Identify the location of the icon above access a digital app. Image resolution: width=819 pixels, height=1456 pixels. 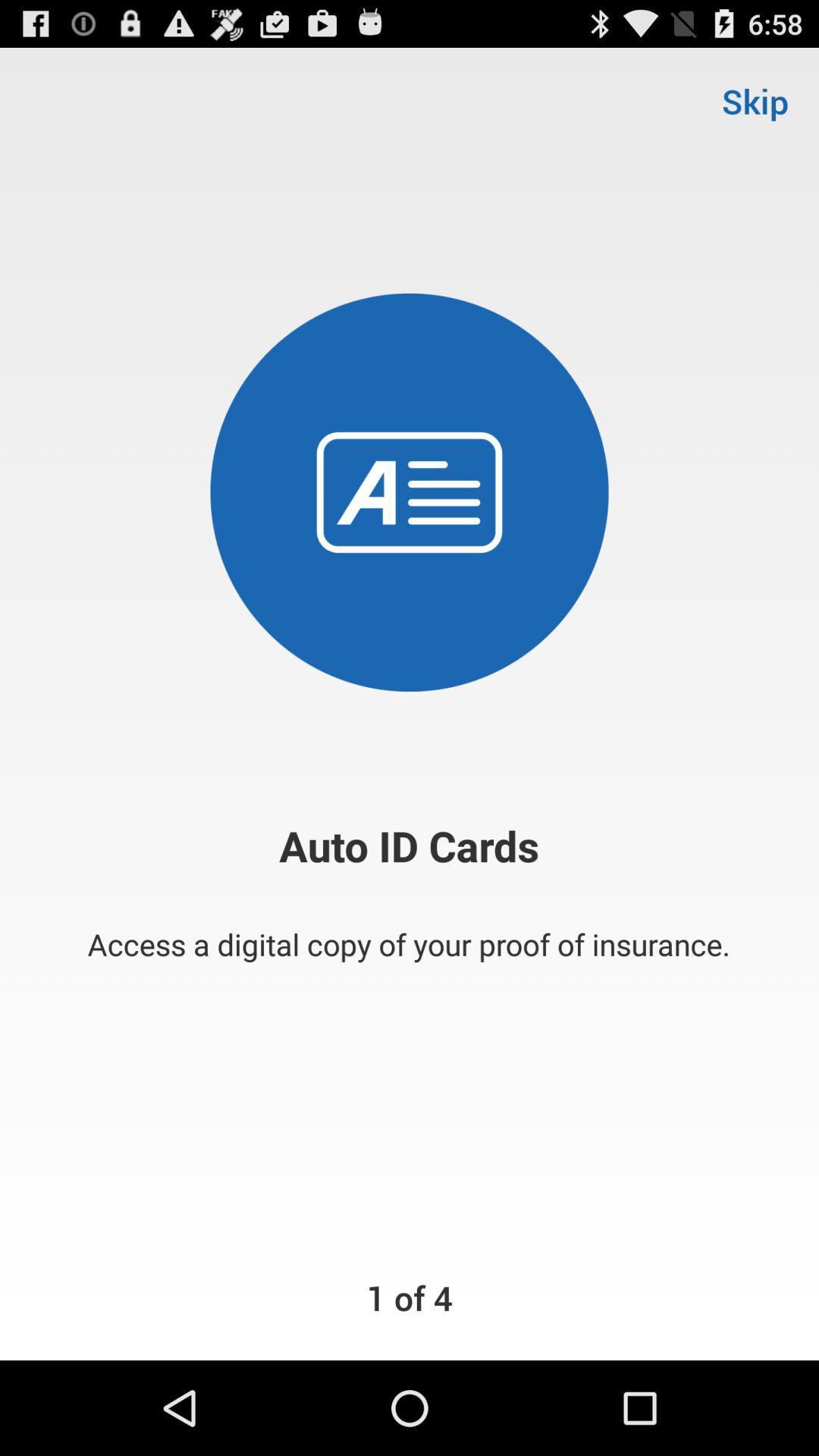
(755, 100).